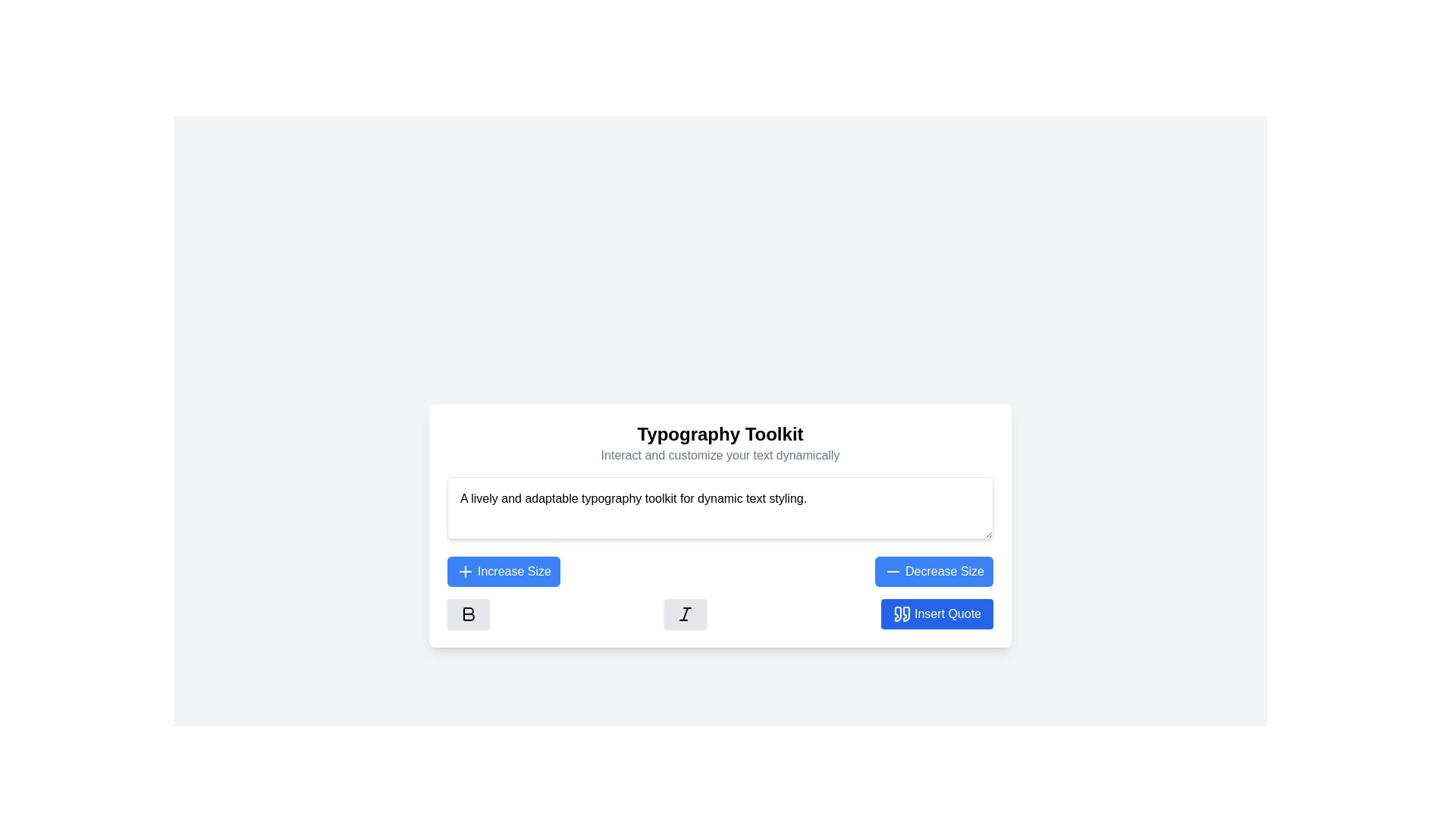  Describe the element at coordinates (465, 571) in the screenshot. I see `the blue icon with a plus-shaped design located within the 'Increase Size' button at the bottom-left section of the card interface` at that location.